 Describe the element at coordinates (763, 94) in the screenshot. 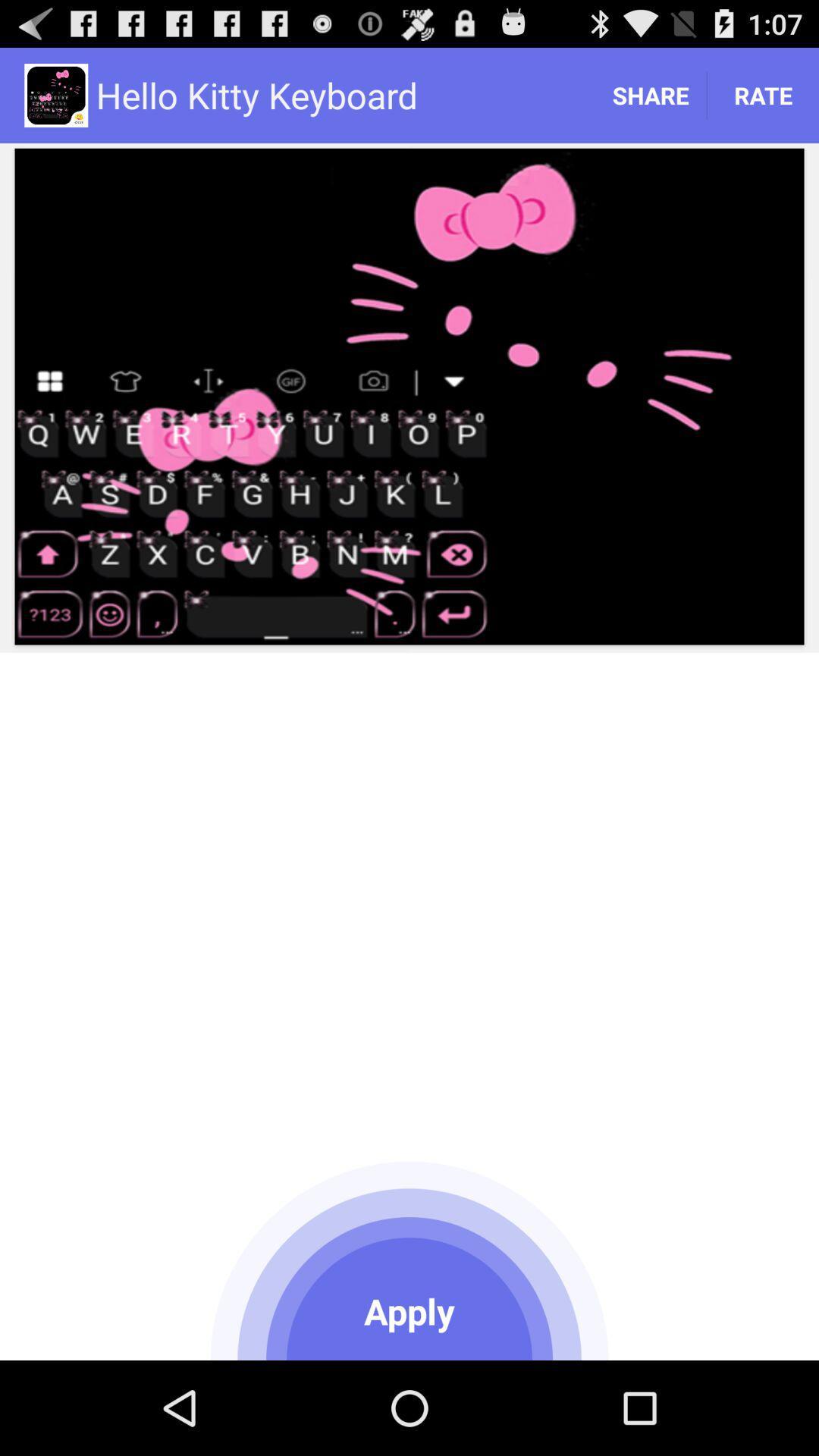

I see `icon to the right of share item` at that location.